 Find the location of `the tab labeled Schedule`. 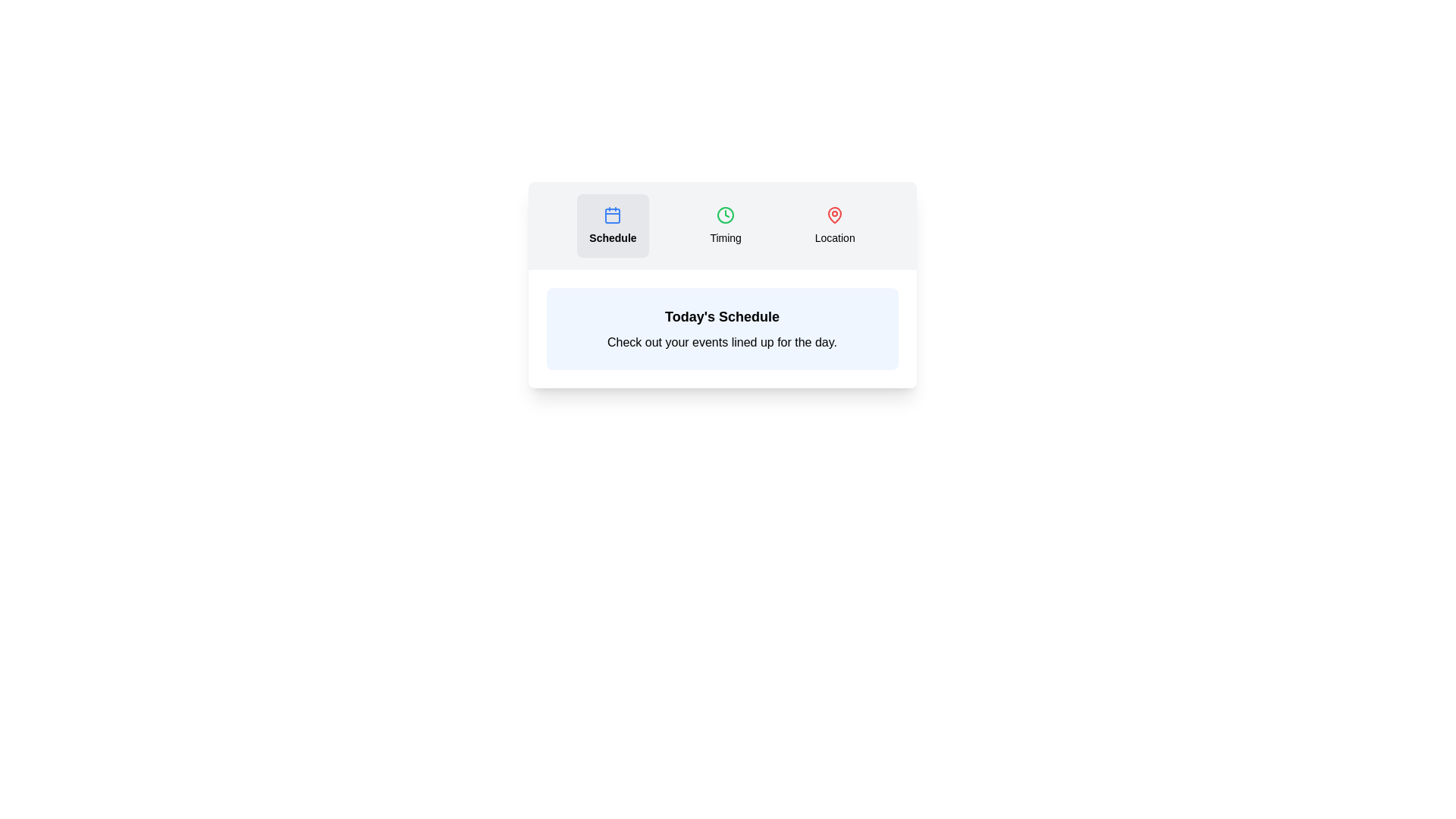

the tab labeled Schedule is located at coordinates (613, 225).